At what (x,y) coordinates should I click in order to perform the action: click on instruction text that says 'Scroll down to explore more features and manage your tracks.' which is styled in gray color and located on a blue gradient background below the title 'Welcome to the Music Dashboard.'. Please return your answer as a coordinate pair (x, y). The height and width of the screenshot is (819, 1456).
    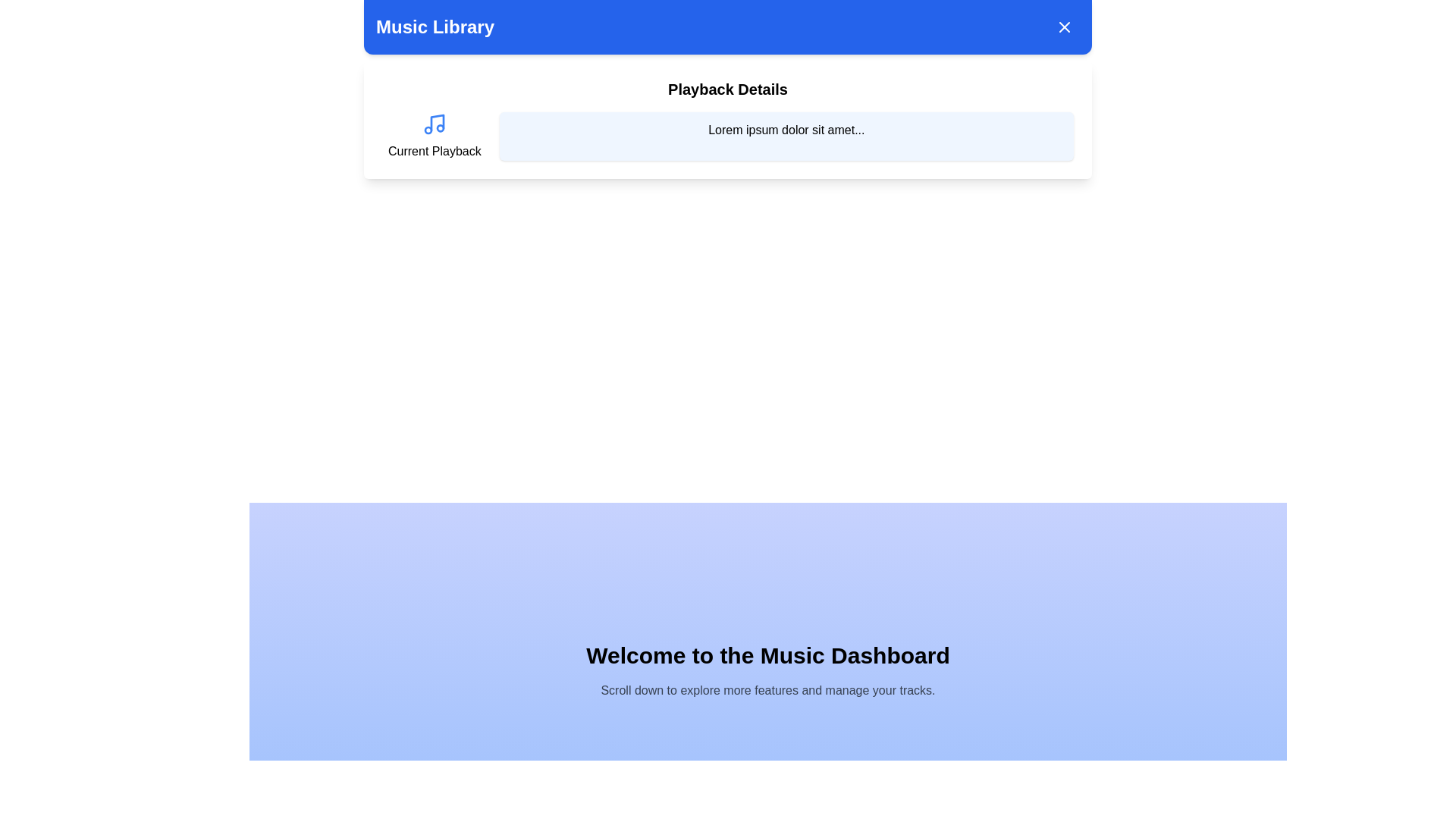
    Looking at the image, I should click on (767, 690).